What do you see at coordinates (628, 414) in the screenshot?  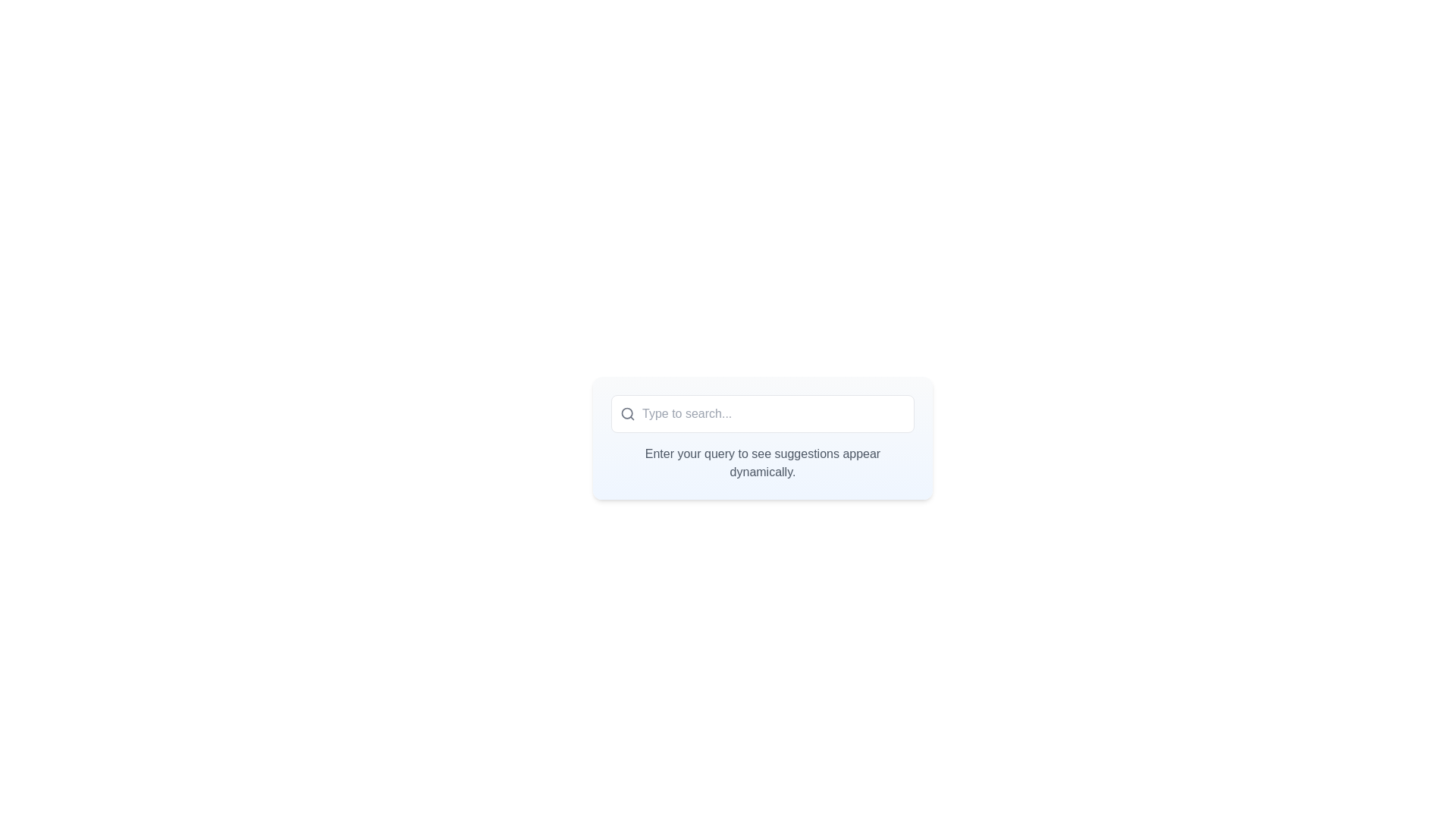 I see `the magnifying glass icon, which is styled with a thin circular handle and open lens outline, located on the left side of the search bar` at bounding box center [628, 414].